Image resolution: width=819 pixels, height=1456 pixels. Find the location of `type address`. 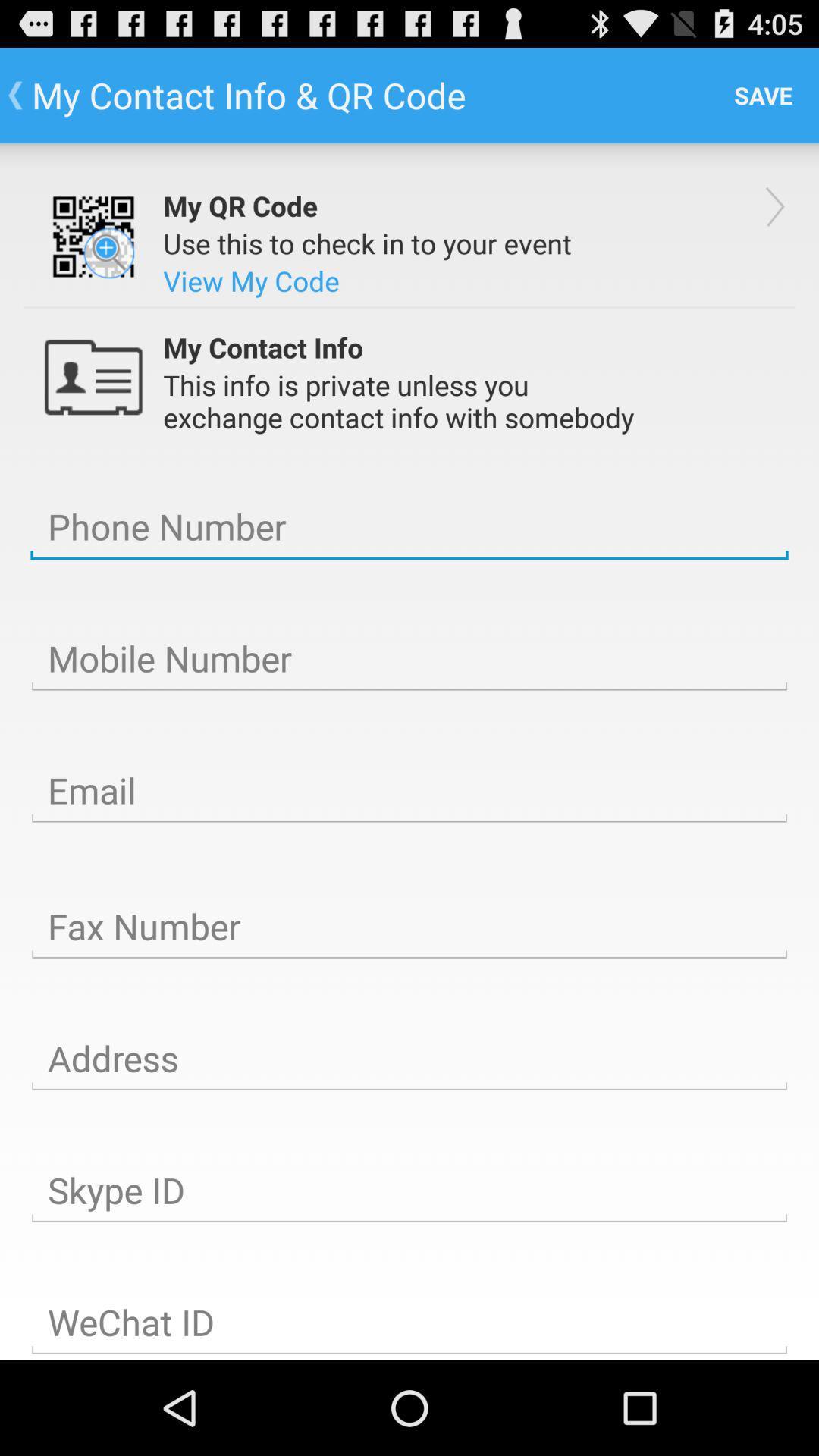

type address is located at coordinates (409, 1058).